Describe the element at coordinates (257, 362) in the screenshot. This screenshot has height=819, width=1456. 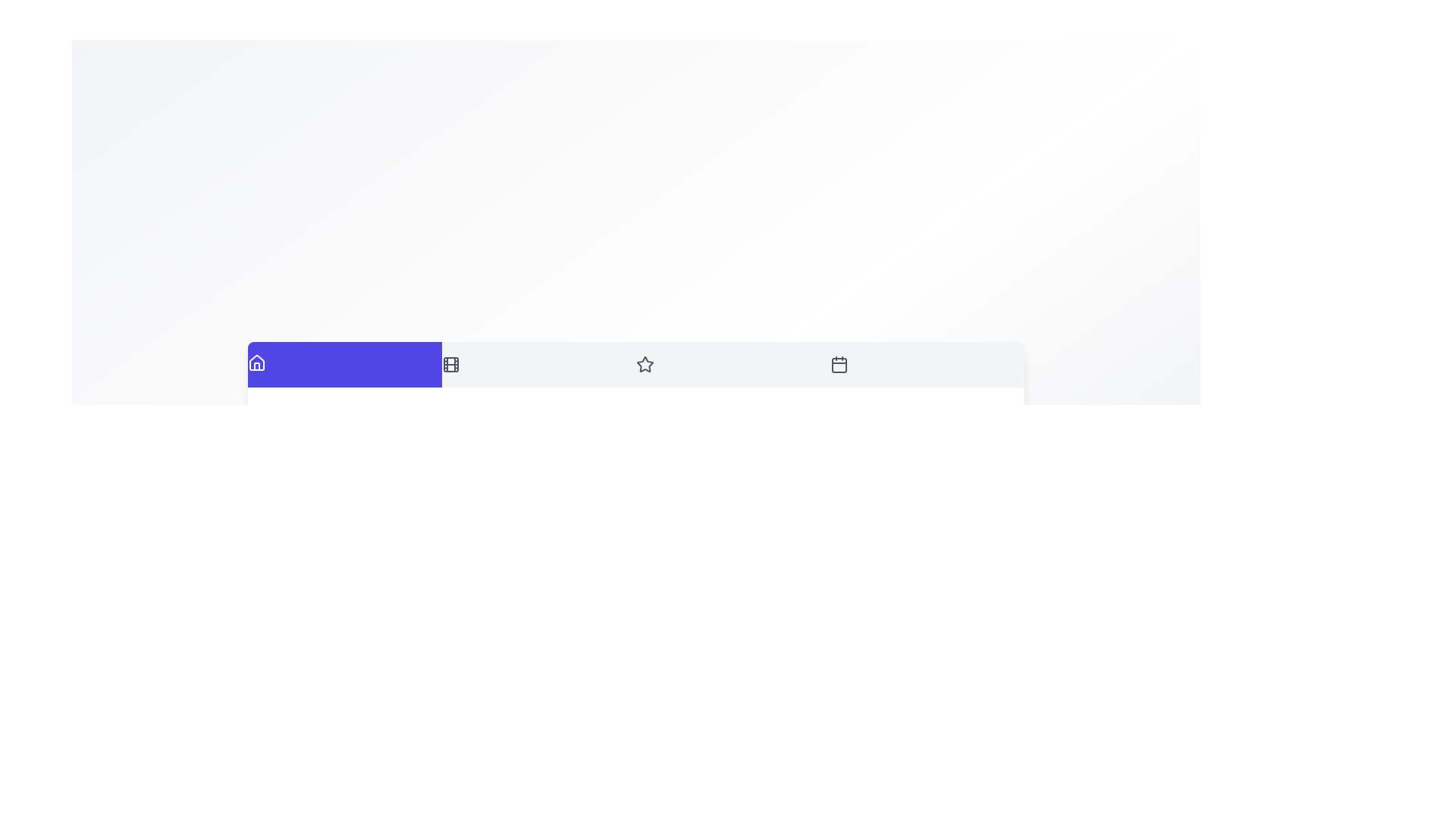
I see `the house icon located in the leftmost segment of the horizontal navigation bar` at that location.